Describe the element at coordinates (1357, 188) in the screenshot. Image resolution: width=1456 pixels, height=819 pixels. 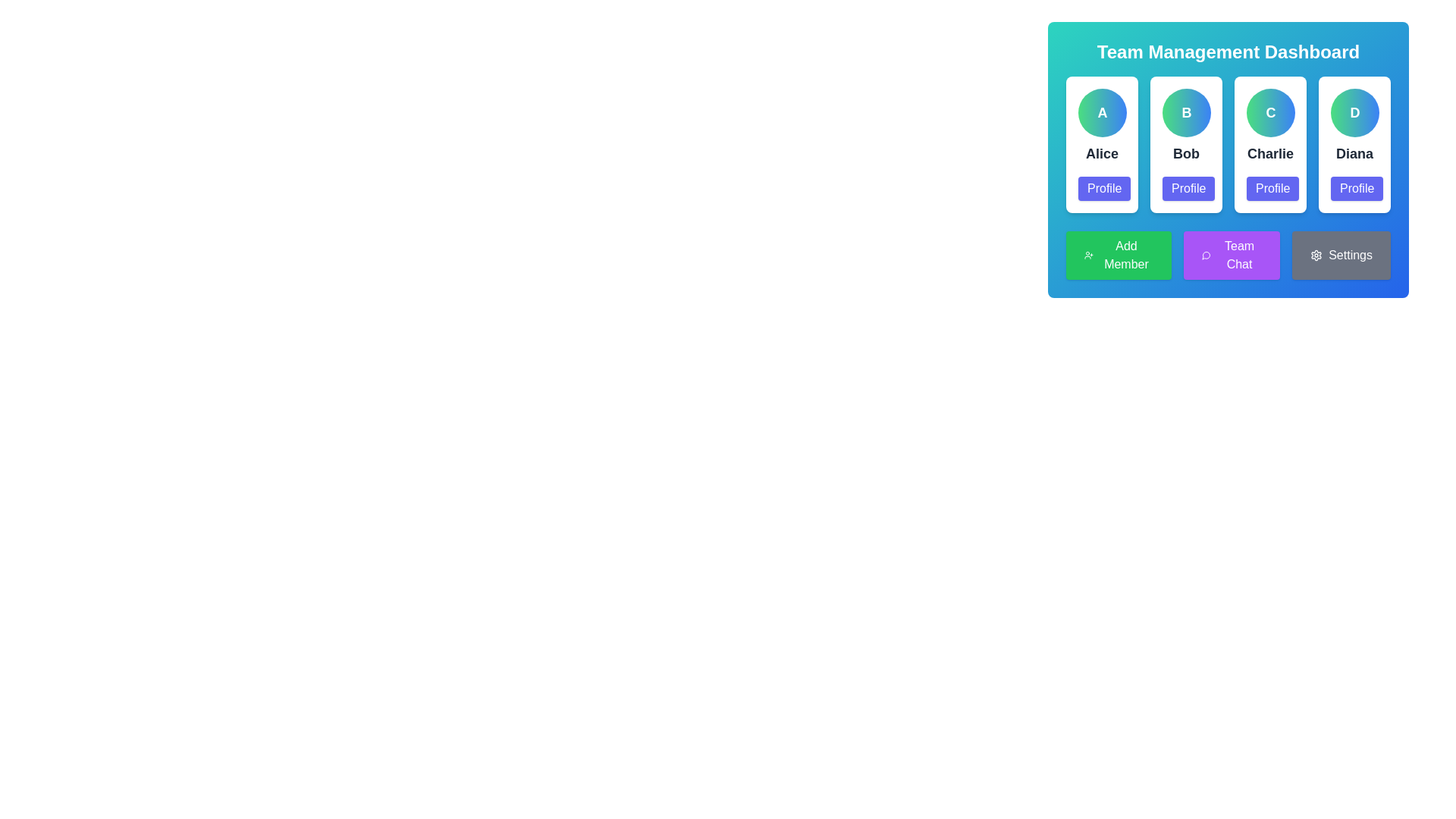
I see `the interactive button located in the 'Diana' section of the Team Management Dashboard` at that location.